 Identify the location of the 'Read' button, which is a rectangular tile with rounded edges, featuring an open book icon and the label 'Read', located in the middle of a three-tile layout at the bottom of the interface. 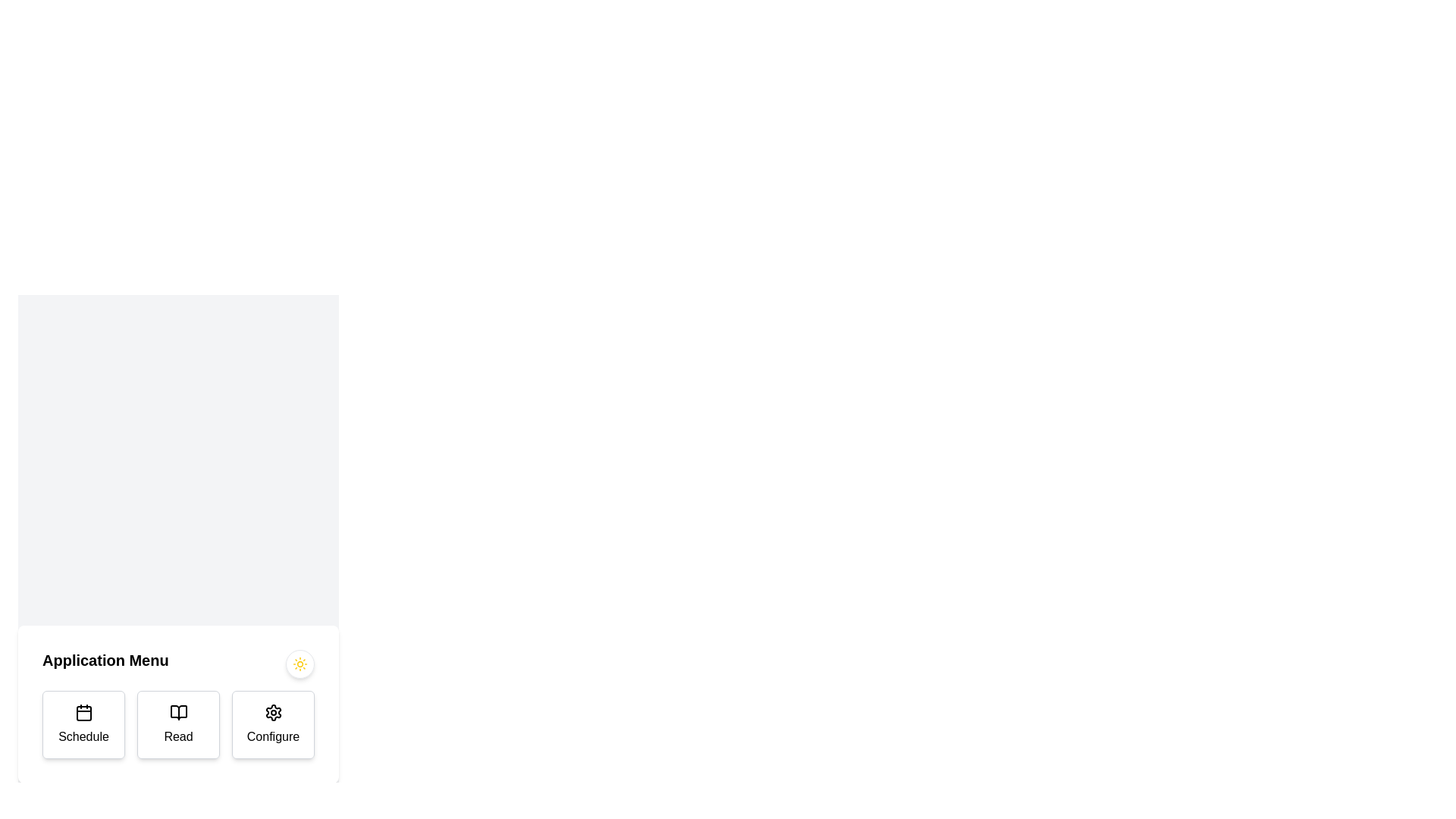
(178, 724).